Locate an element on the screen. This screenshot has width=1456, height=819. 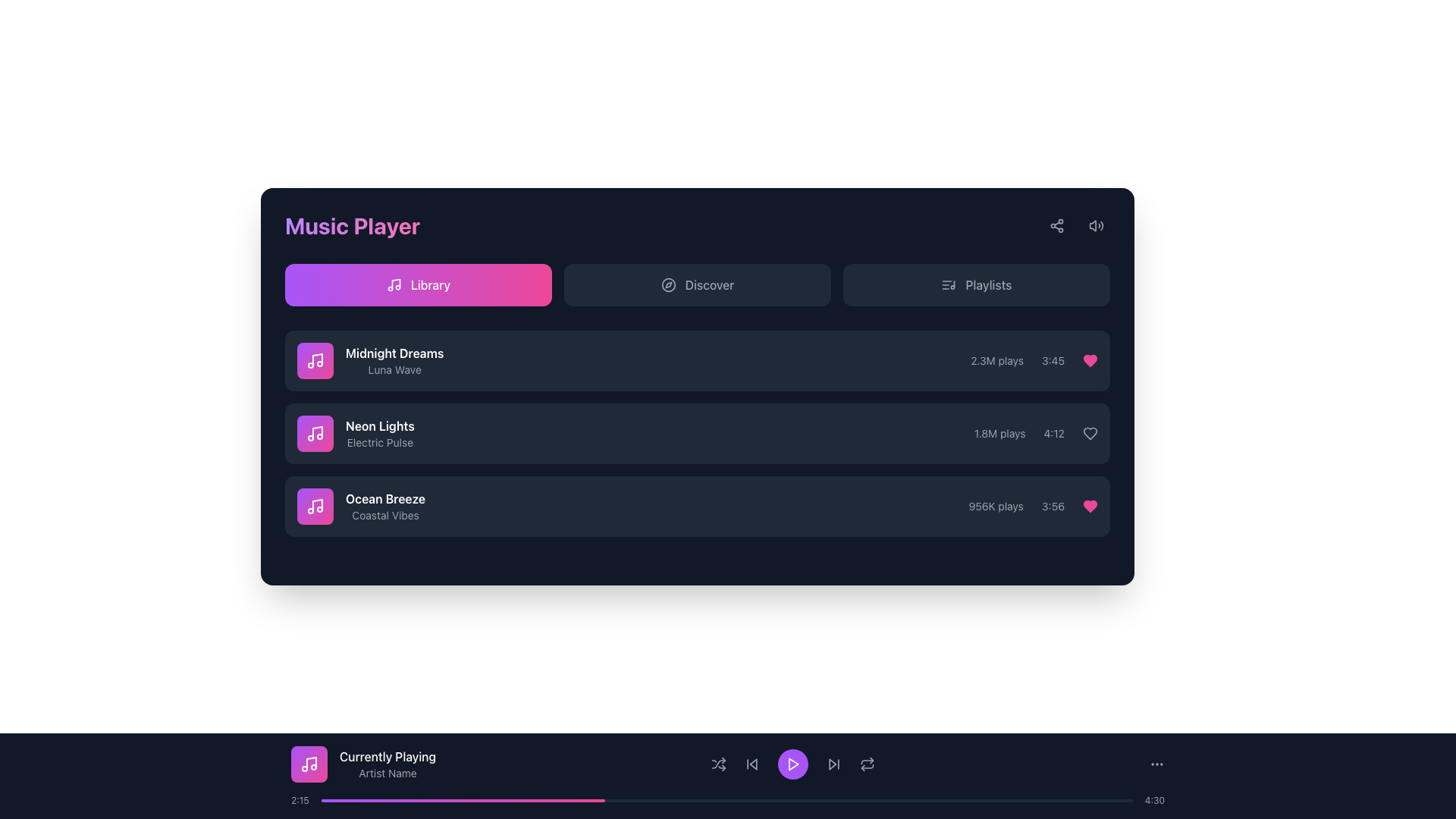
the heart-shaped icon filled with pink color representing the 'like' function, located in the far-right section of the playlist for the 'Ocean Breeze' track is located at coordinates (1090, 360).